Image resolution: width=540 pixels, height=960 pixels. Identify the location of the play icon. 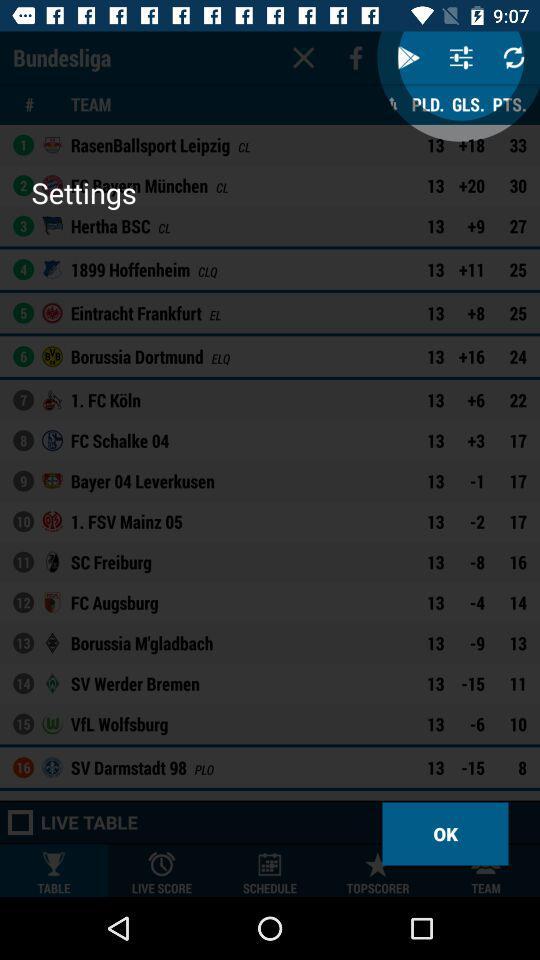
(407, 56).